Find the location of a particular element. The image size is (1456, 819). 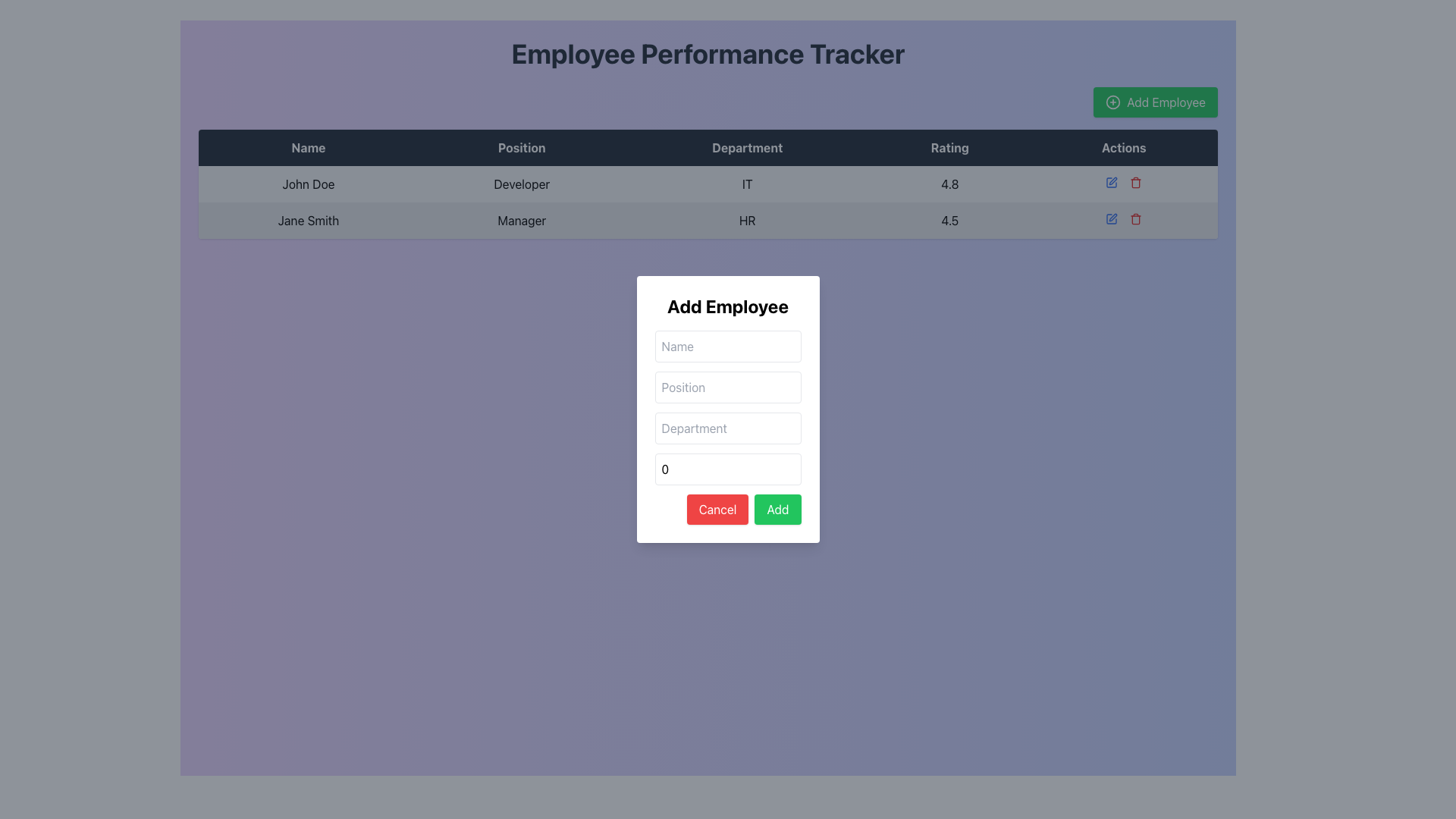

the Text Label displaying the job title in the second row of the 'Position' column, which identifies the role associated with the person listed in the corresponding row is located at coordinates (522, 220).